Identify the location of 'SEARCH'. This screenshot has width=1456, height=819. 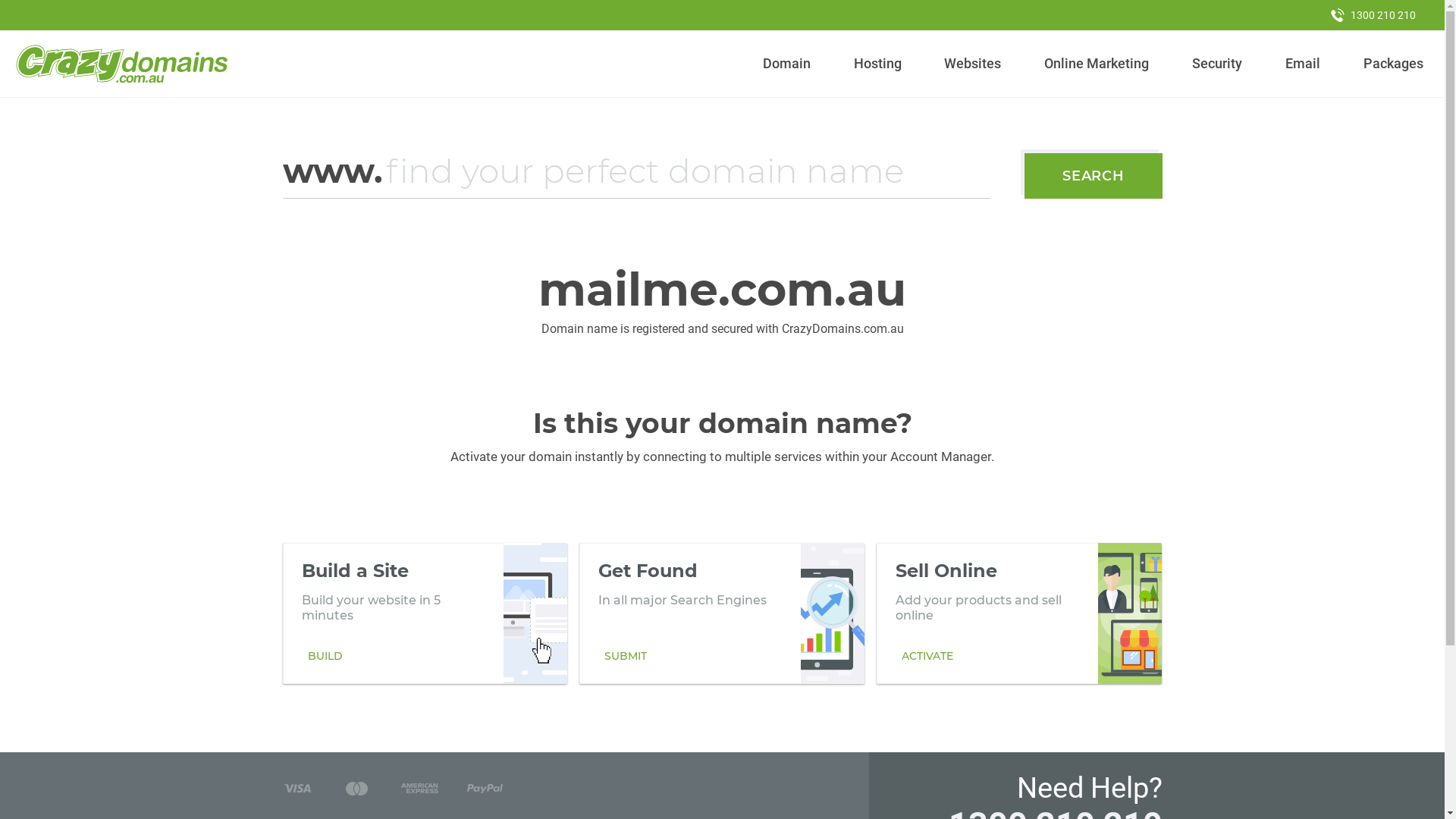
(1093, 174).